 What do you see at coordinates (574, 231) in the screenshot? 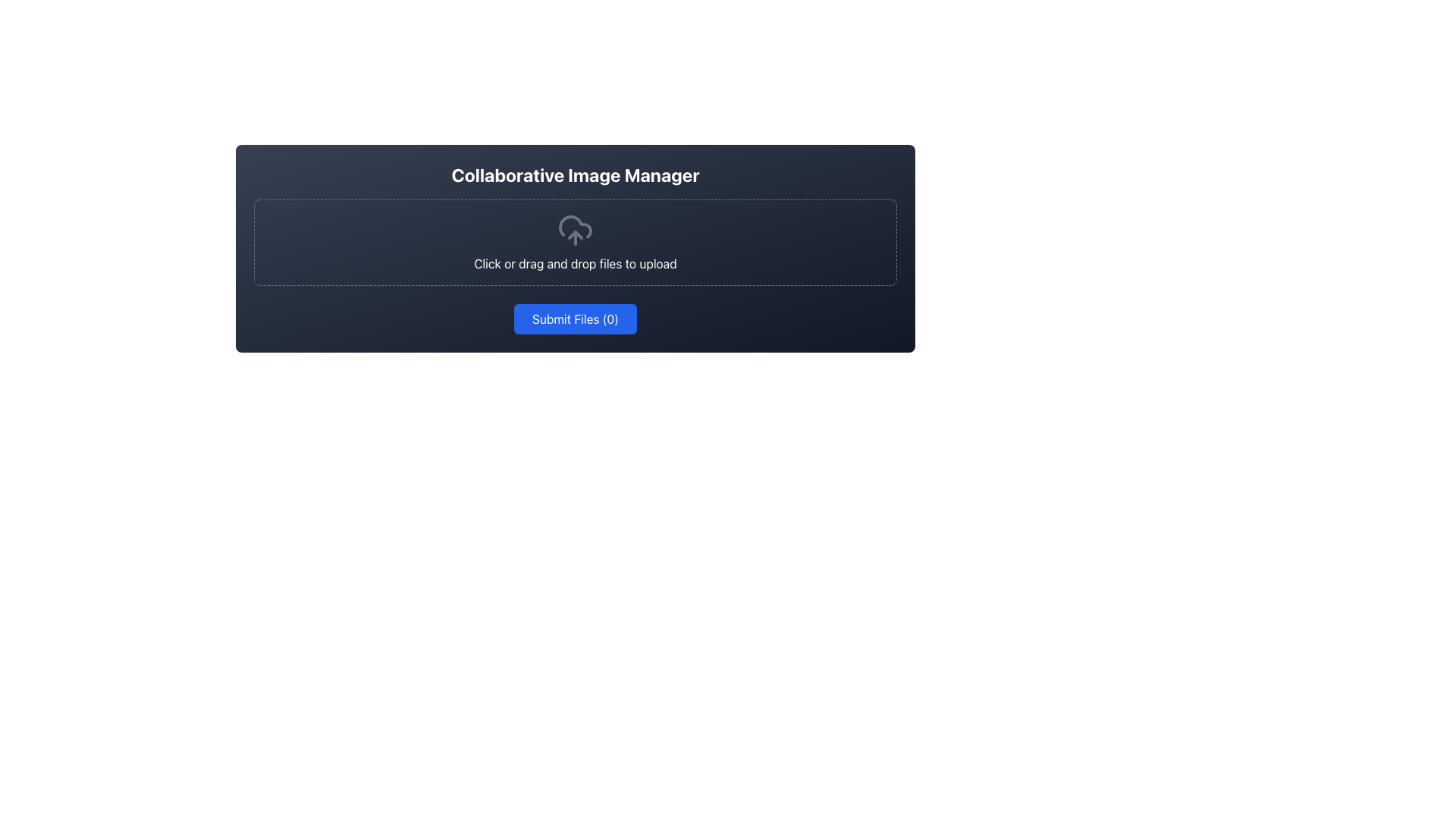
I see `the cloud upload icon, which is styled in gray tones and located above the text 'Click or drag and drop files to upload' in the file upload area` at bounding box center [574, 231].